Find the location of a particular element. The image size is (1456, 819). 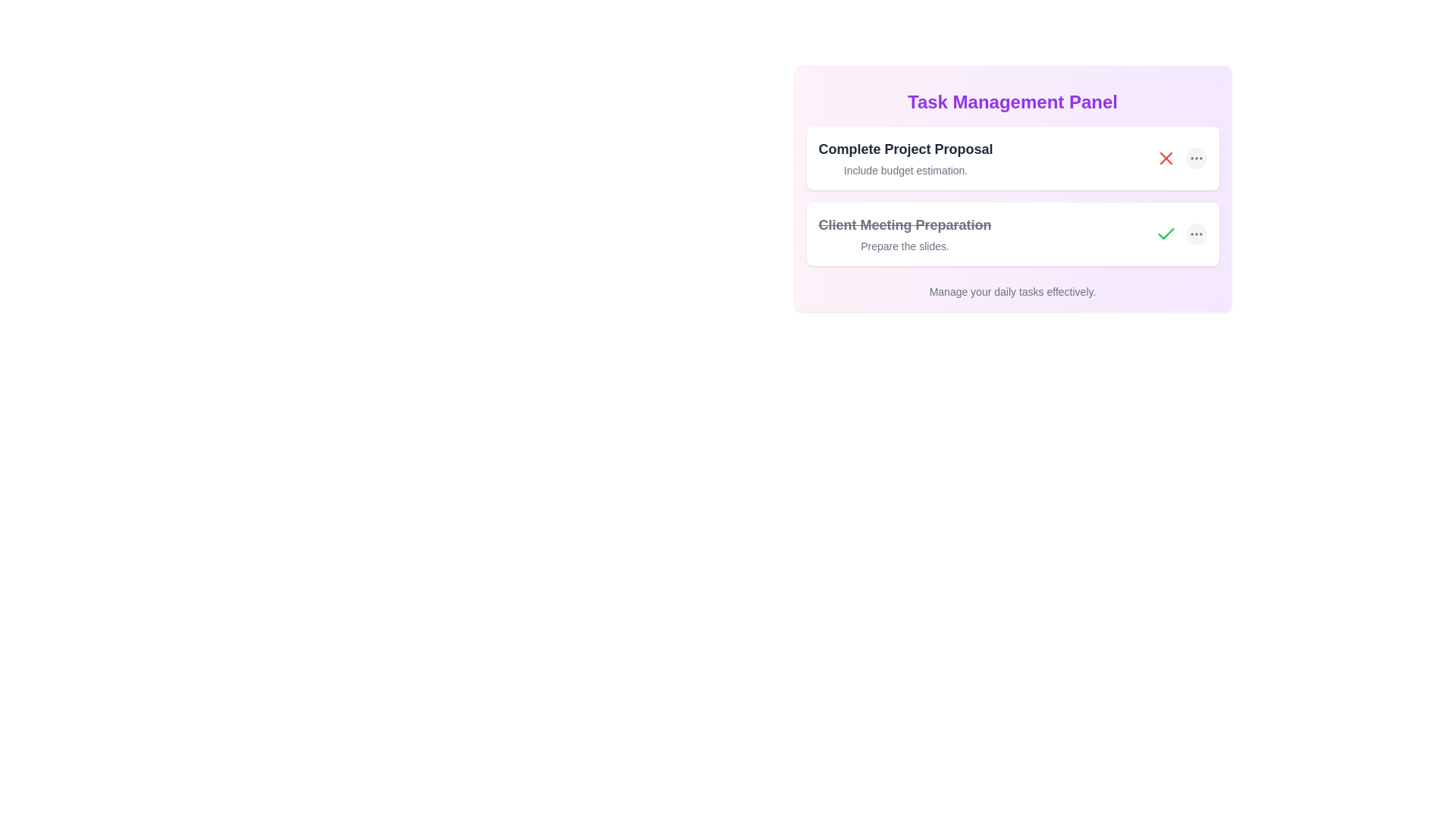

the circular red button with an 'X' icon located to the far right of the 'Complete Project Proposal' task in the task management panel is located at coordinates (1165, 158).